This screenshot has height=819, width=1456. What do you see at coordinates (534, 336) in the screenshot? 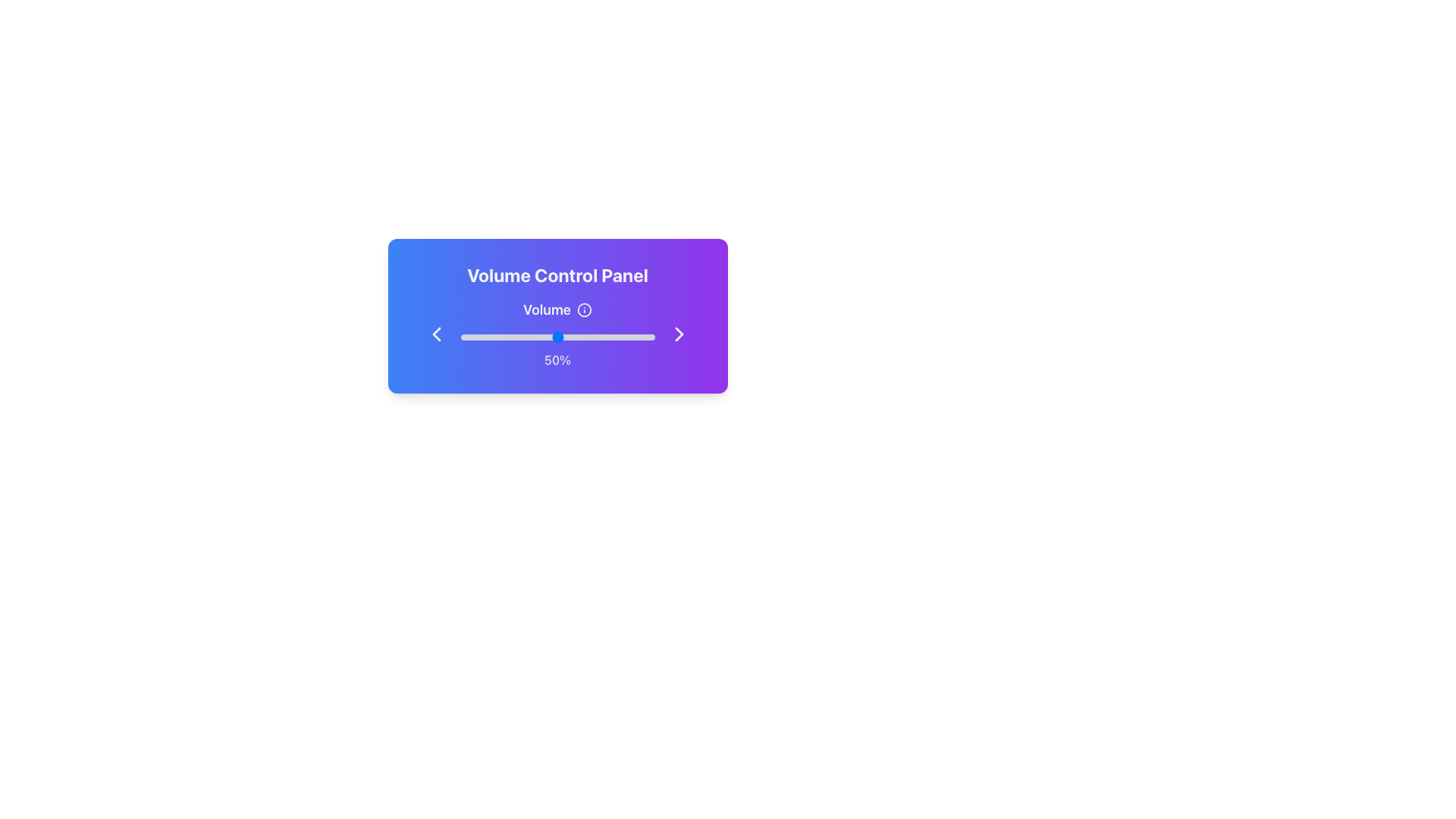
I see `the volume level` at bounding box center [534, 336].